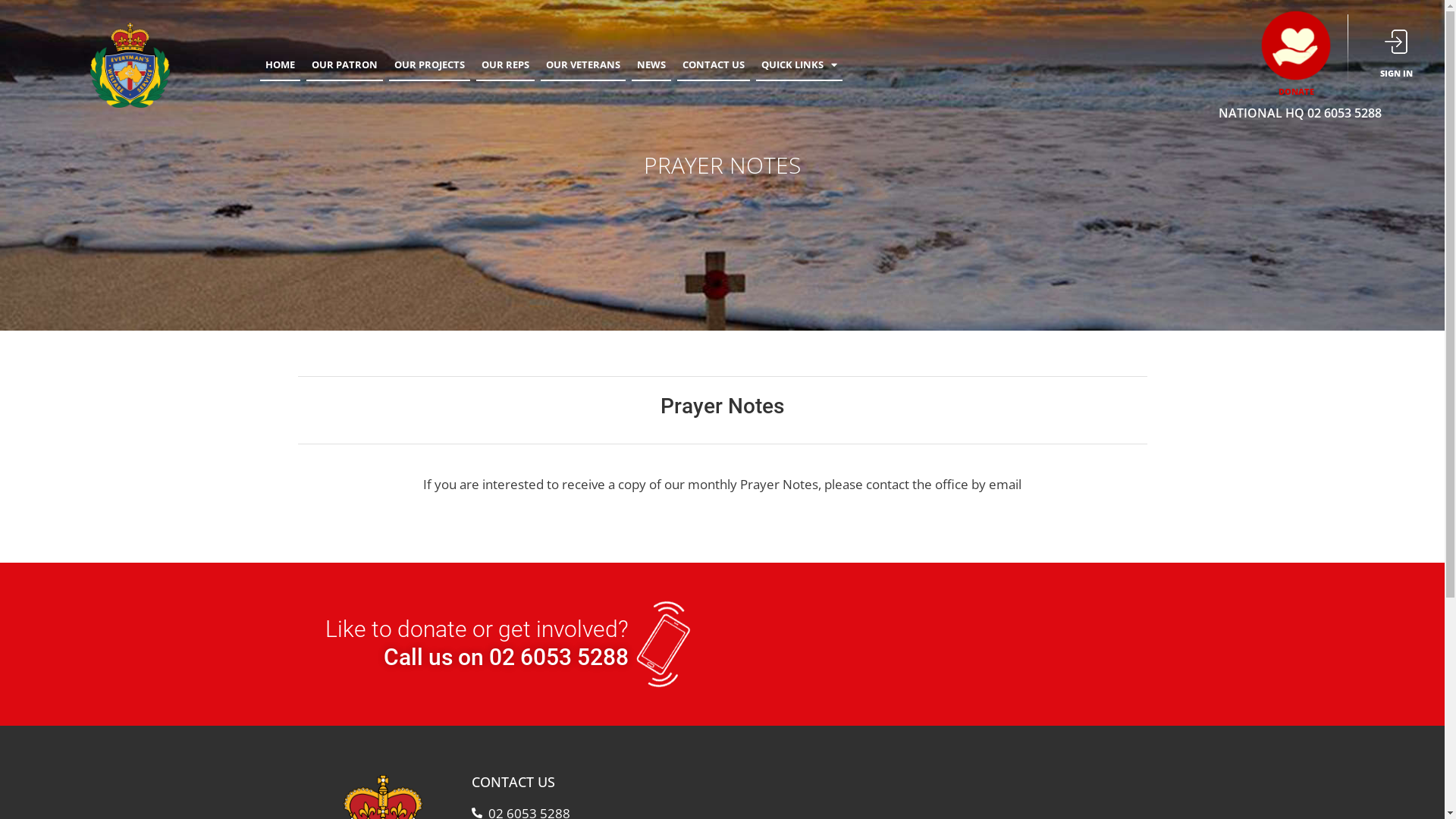  What do you see at coordinates (1295, 91) in the screenshot?
I see `'DONATE'` at bounding box center [1295, 91].